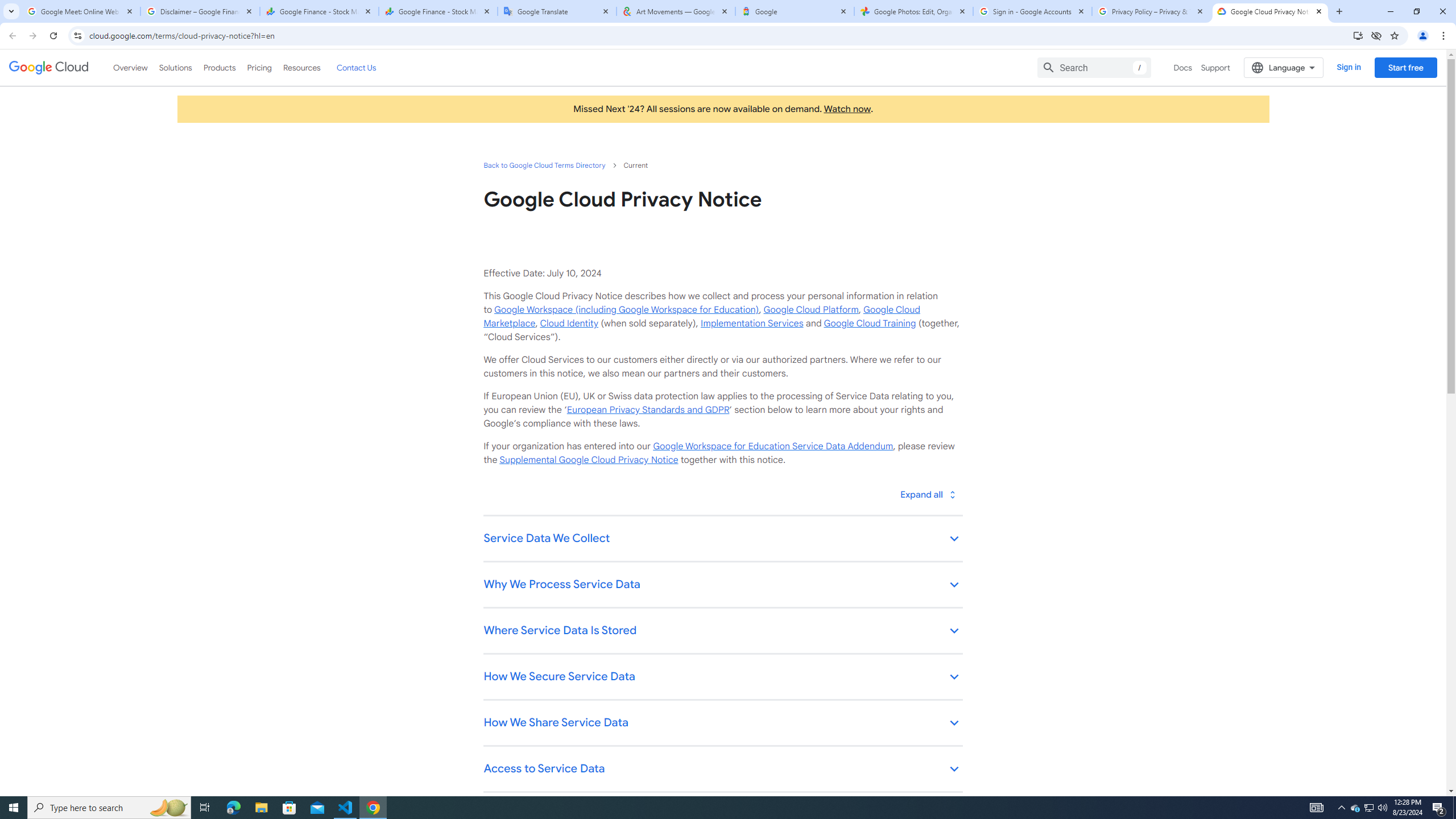 The width and height of the screenshot is (1456, 819). Describe the element at coordinates (1405, 67) in the screenshot. I see `'Start free'` at that location.